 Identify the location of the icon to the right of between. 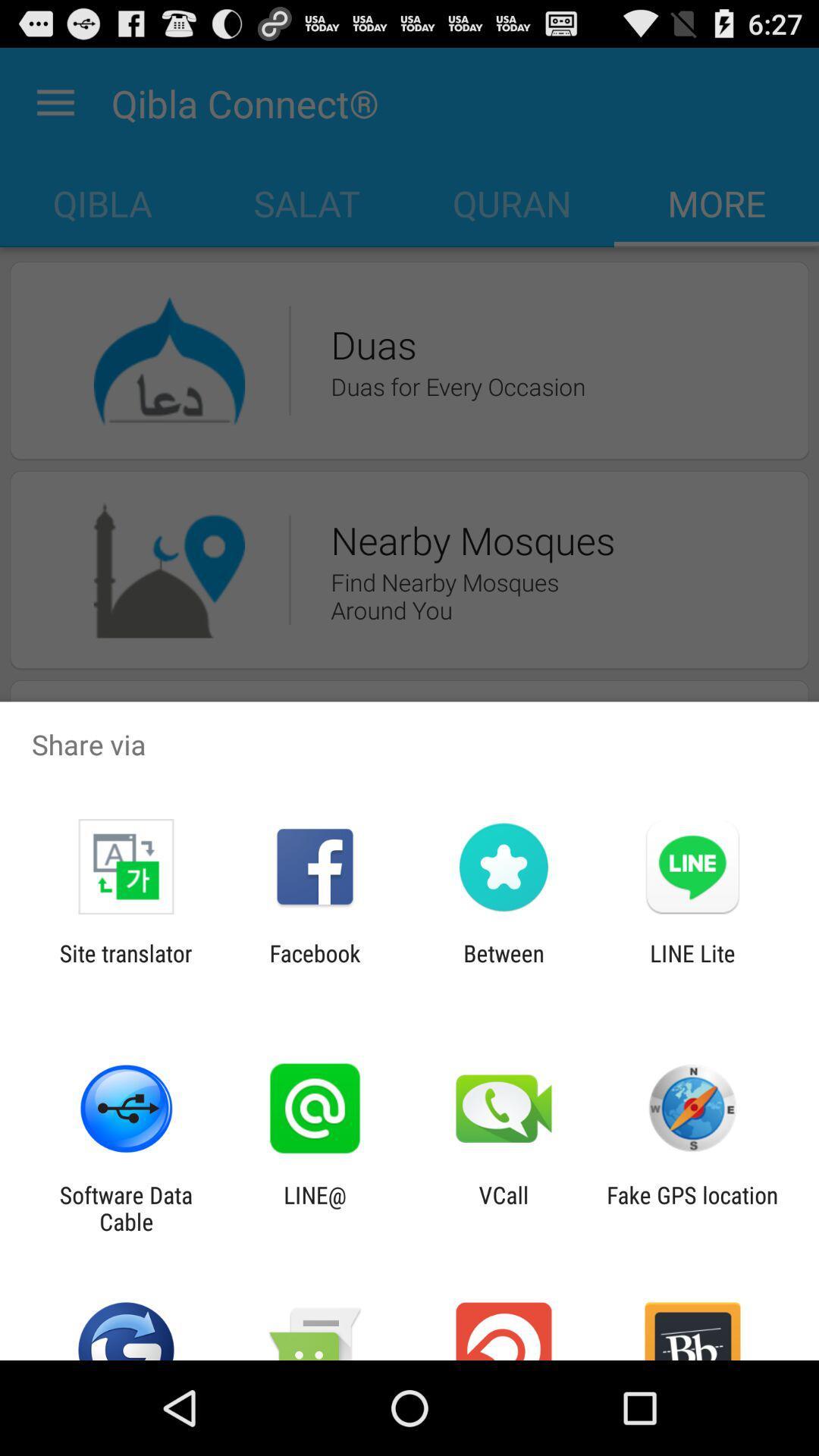
(692, 966).